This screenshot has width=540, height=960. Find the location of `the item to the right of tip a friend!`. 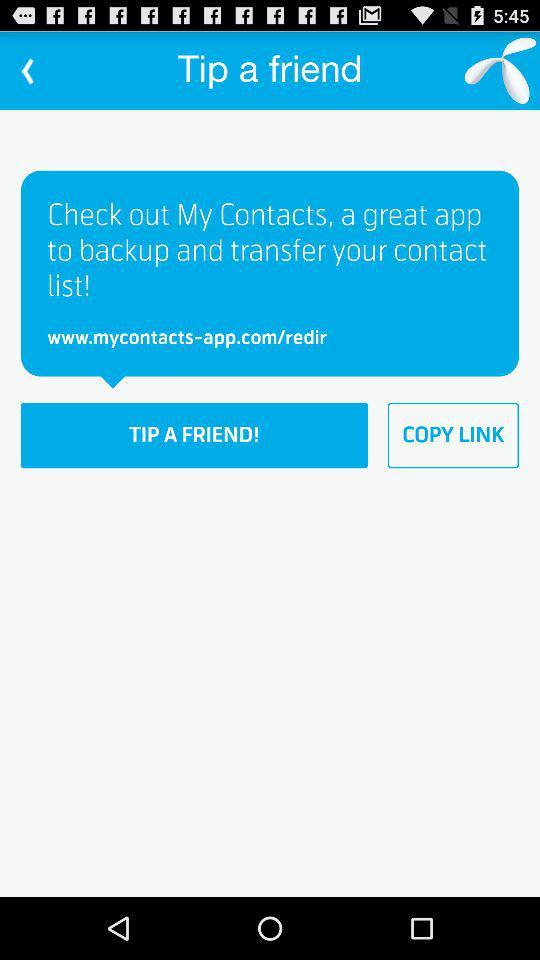

the item to the right of tip a friend! is located at coordinates (453, 435).